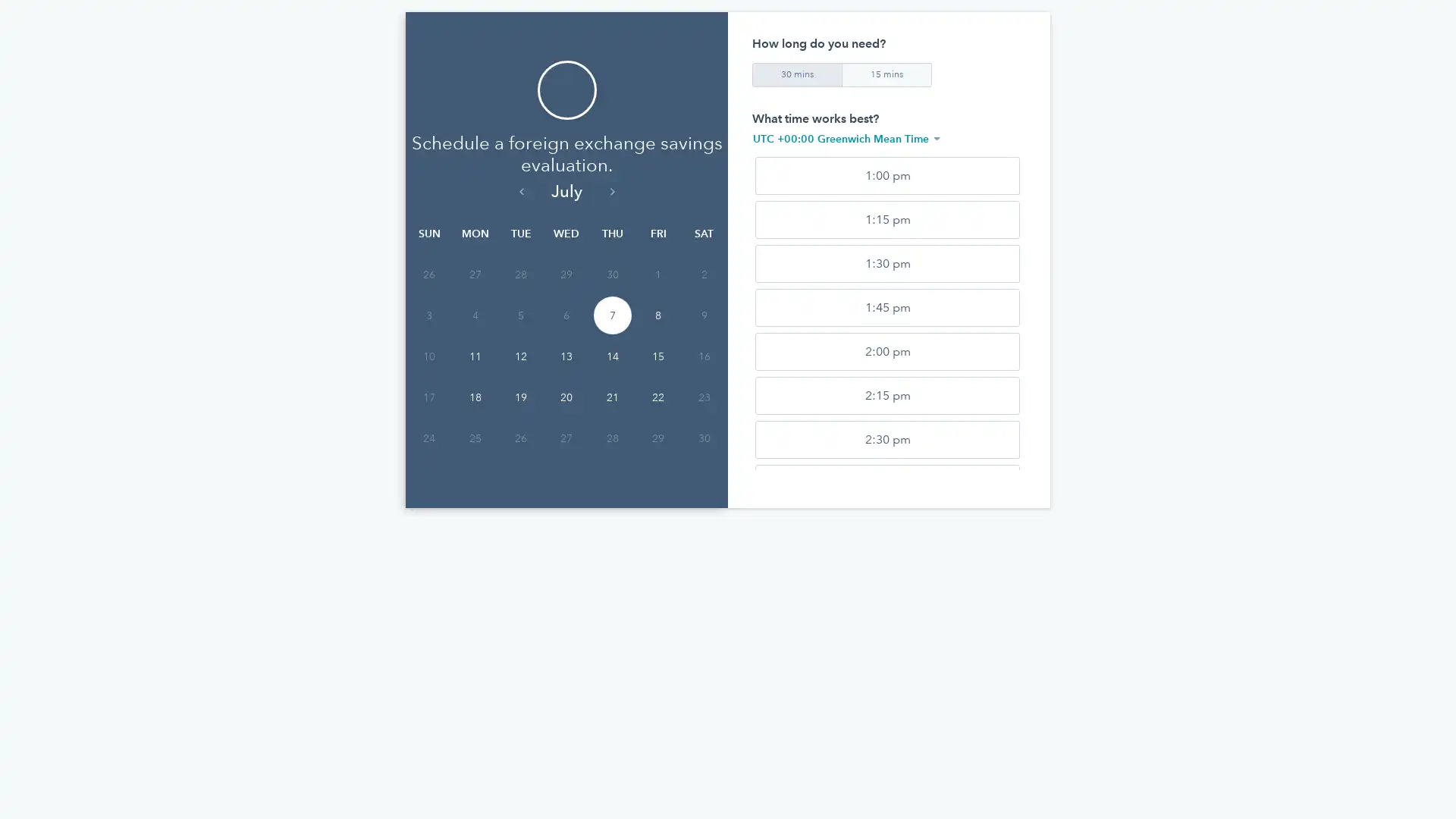 This screenshot has height=819, width=1456. Describe the element at coordinates (473, 356) in the screenshot. I see `July 11th` at that location.